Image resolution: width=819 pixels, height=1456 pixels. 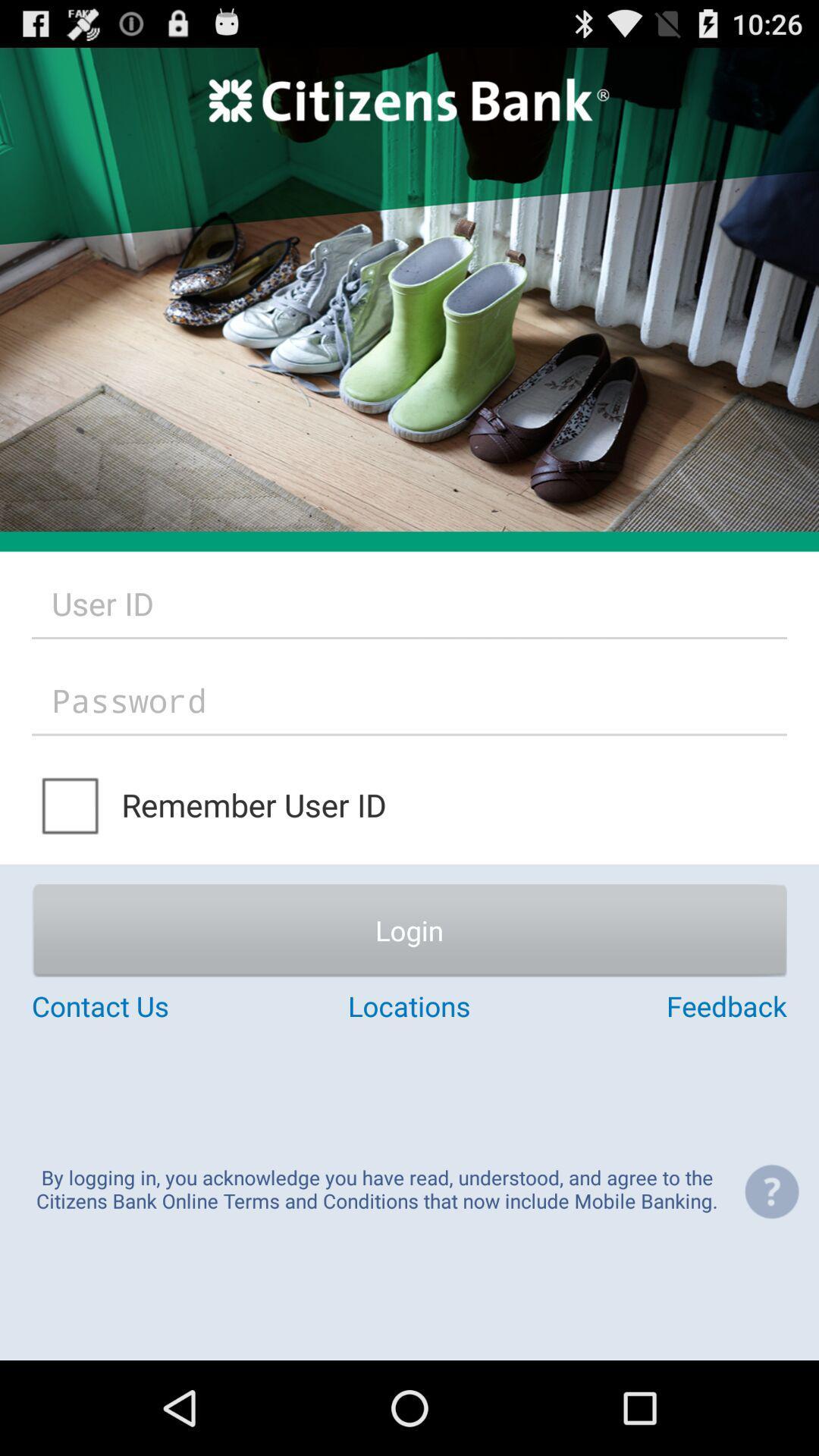 What do you see at coordinates (71, 804) in the screenshot?
I see `the app to the left of the remember user id icon` at bounding box center [71, 804].